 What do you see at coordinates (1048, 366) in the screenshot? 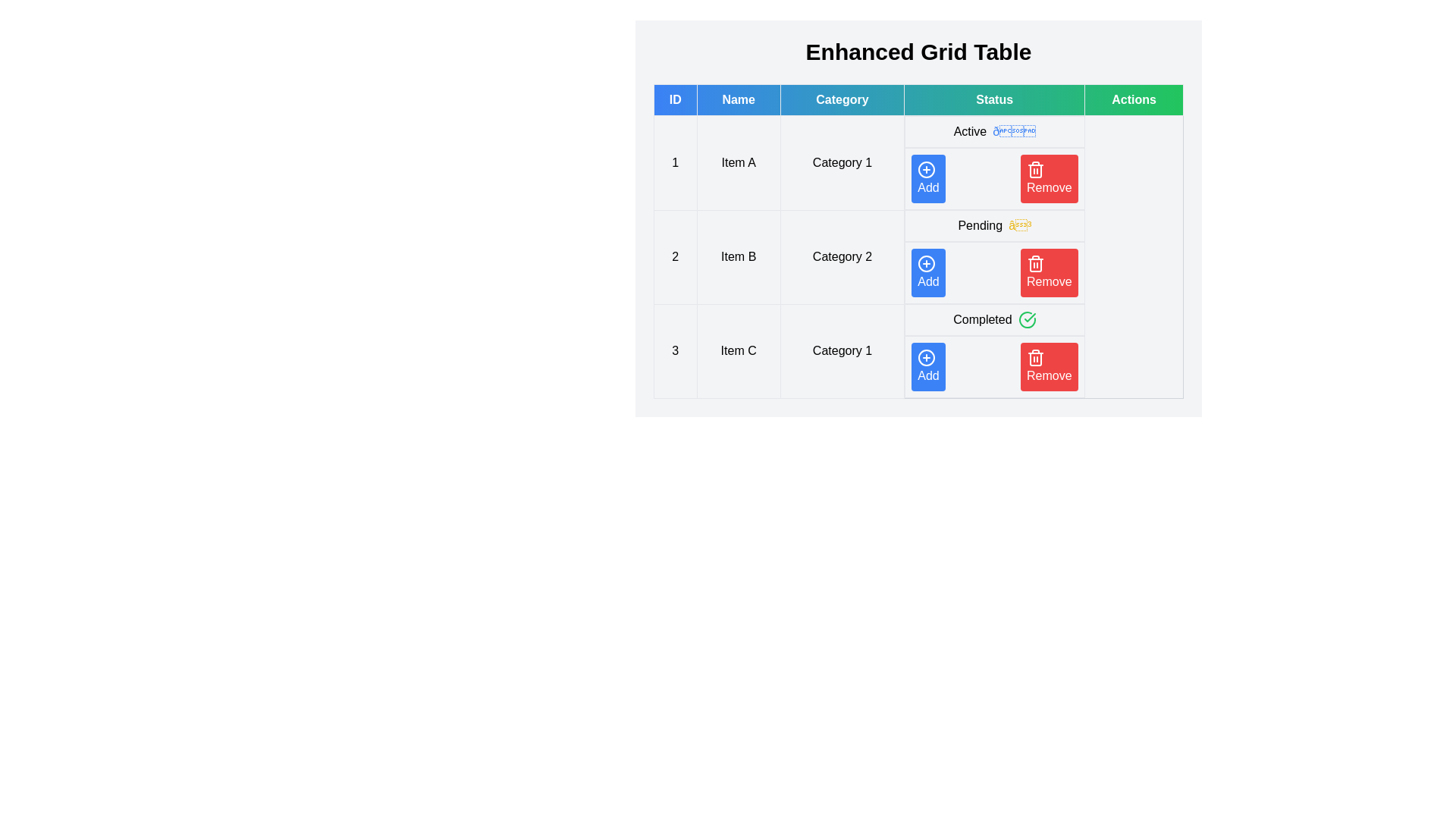
I see `the 'Remove' button for the row corresponding to 3` at bounding box center [1048, 366].